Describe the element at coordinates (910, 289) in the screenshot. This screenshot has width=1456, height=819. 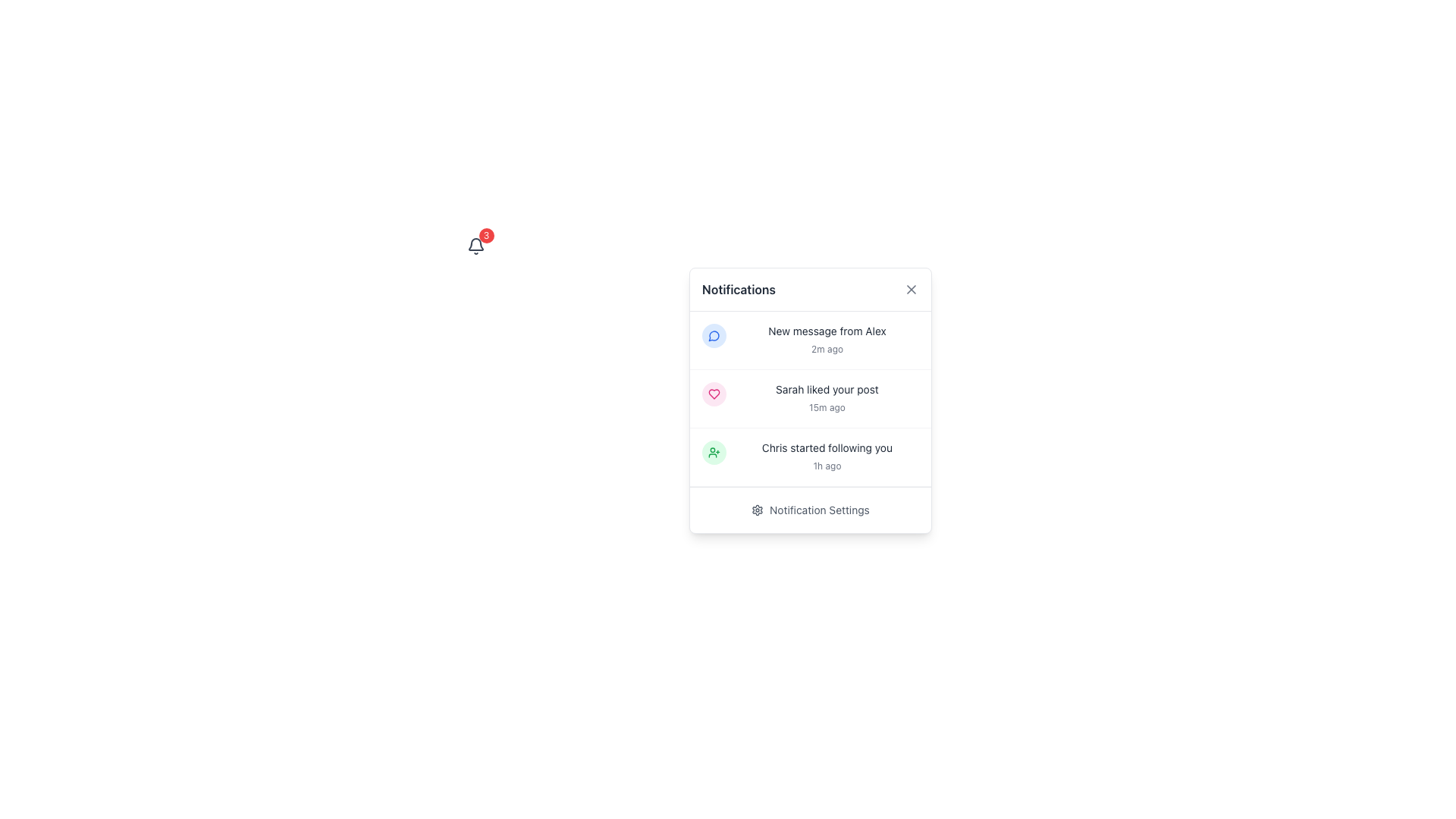
I see `the button in the top-right corner of the notification panel, which has an 'aria-label' attribute stating 'Close notifications', to observe the color change` at that location.